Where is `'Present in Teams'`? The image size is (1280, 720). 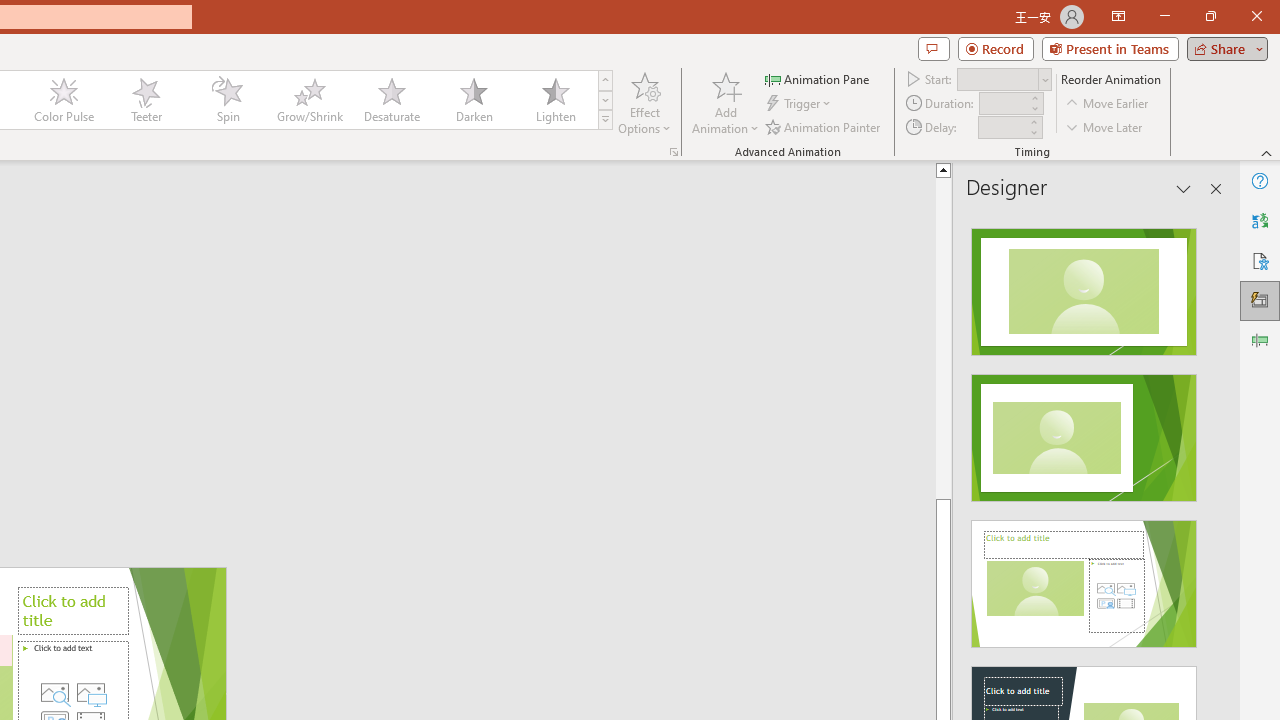
'Present in Teams' is located at coordinates (1109, 47).